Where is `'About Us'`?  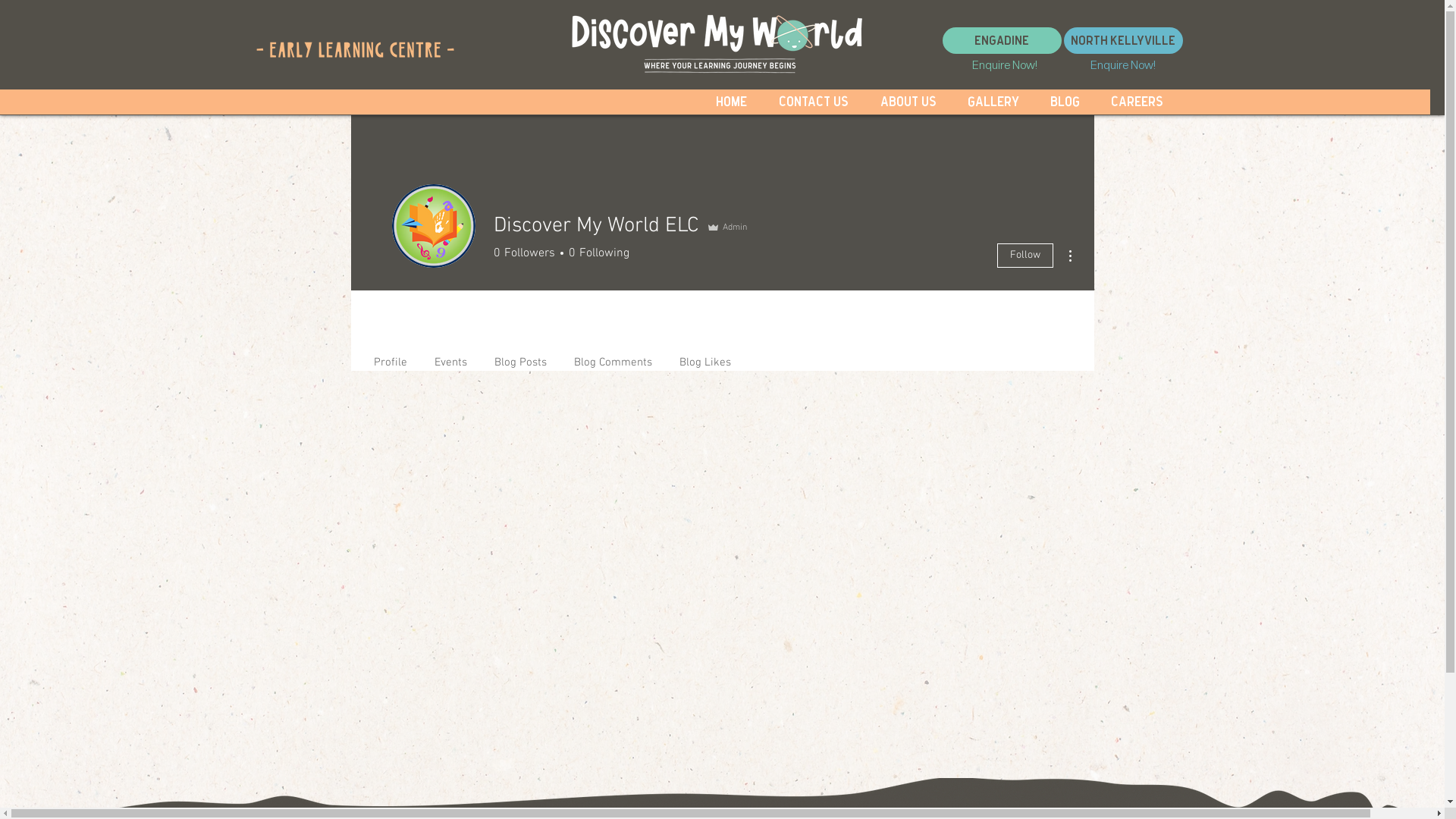 'About Us' is located at coordinates (908, 102).